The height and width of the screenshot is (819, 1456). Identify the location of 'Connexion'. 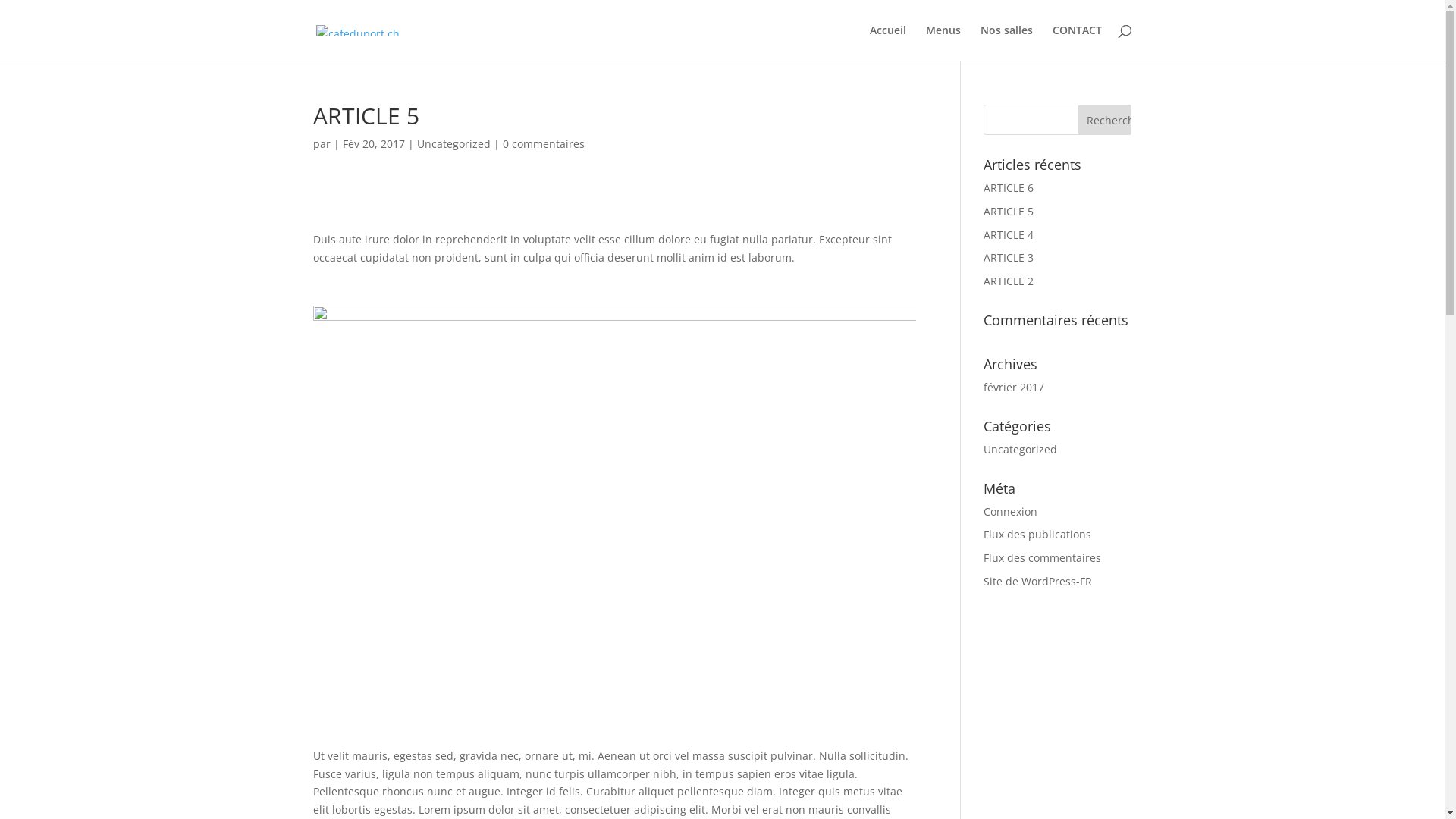
(1010, 511).